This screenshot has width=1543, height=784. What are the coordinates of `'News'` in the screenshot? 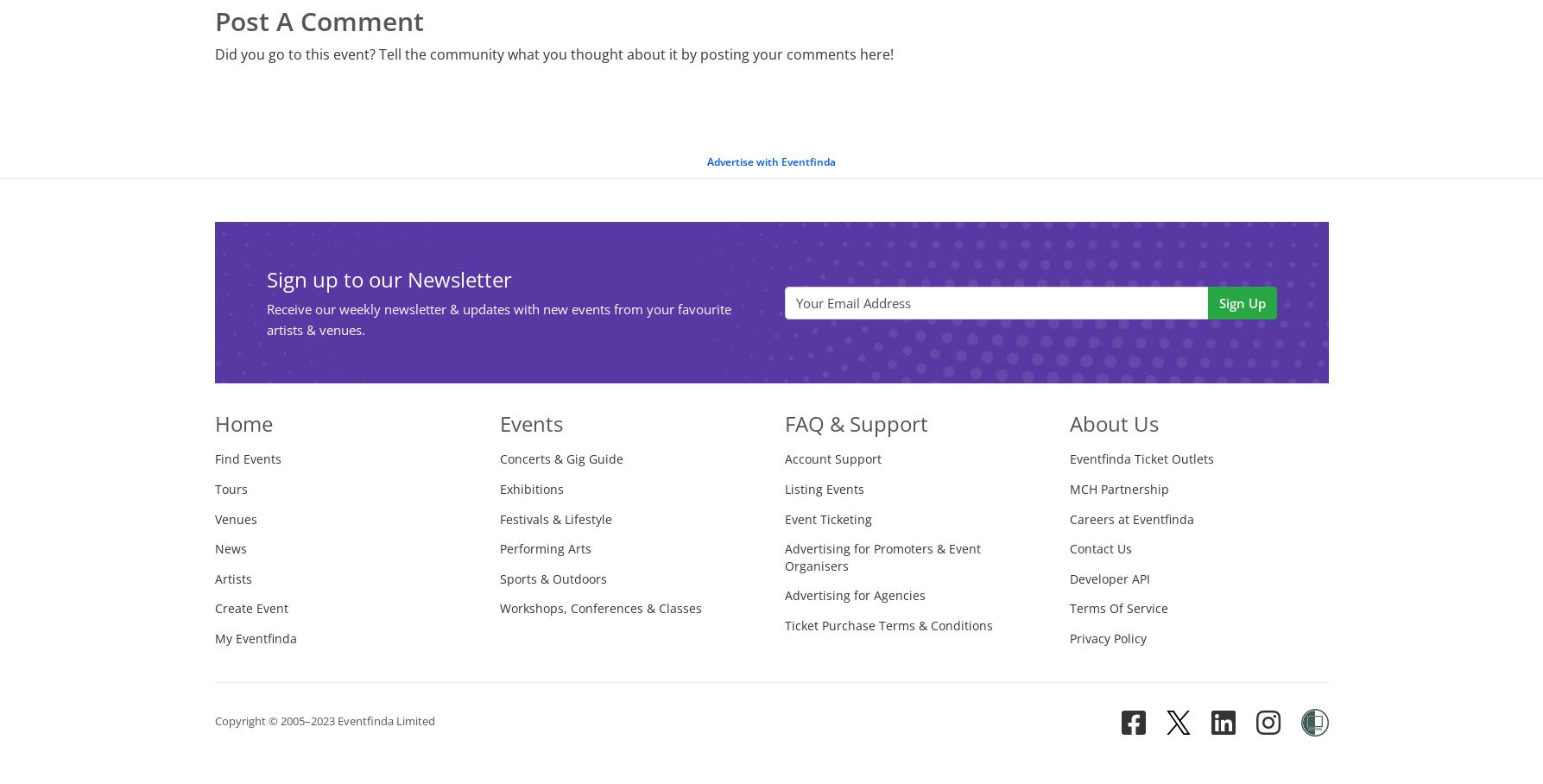 It's located at (229, 547).